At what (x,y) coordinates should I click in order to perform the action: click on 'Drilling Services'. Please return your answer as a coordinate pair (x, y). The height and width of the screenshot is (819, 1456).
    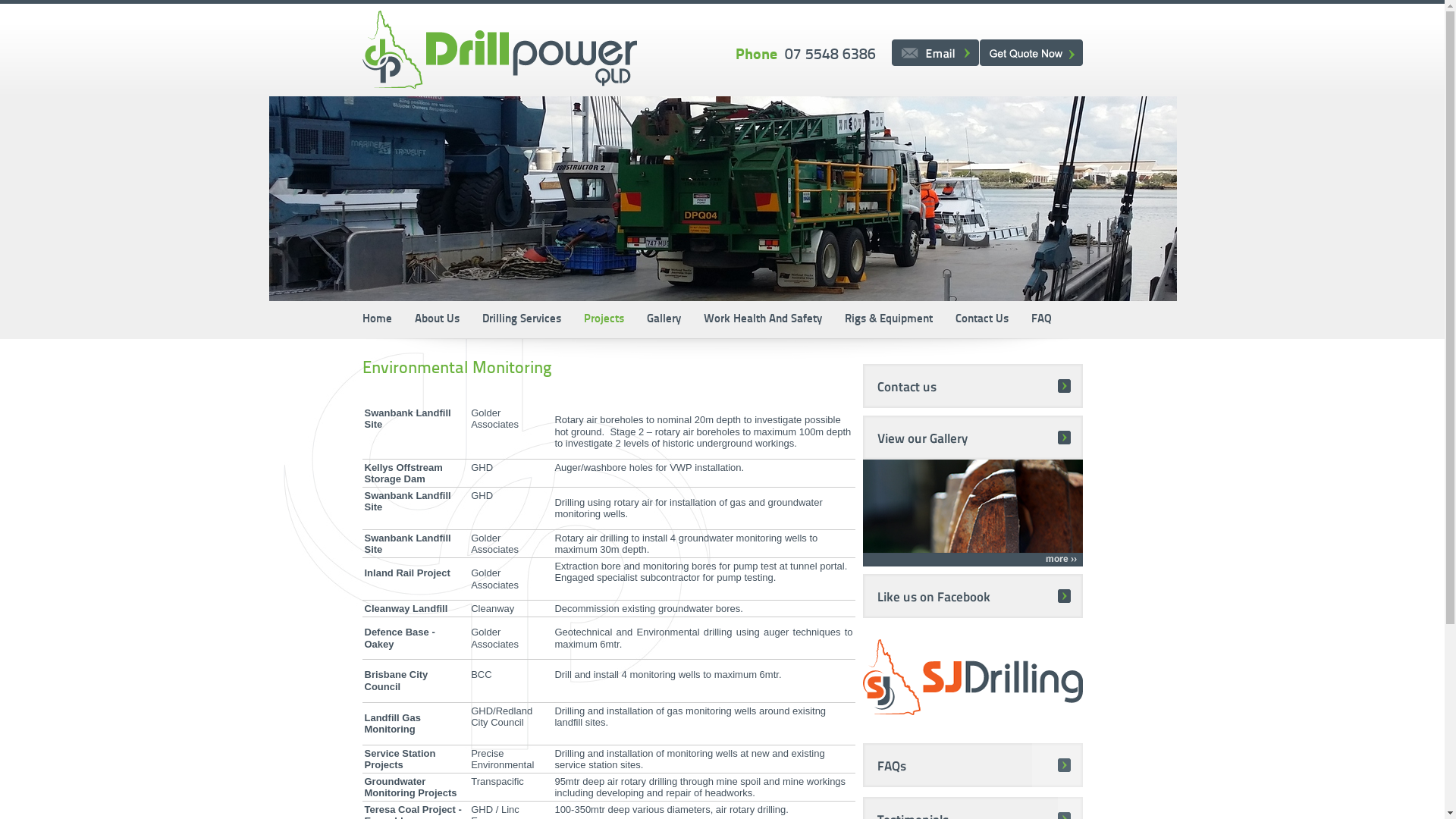
    Looking at the image, I should click on (469, 318).